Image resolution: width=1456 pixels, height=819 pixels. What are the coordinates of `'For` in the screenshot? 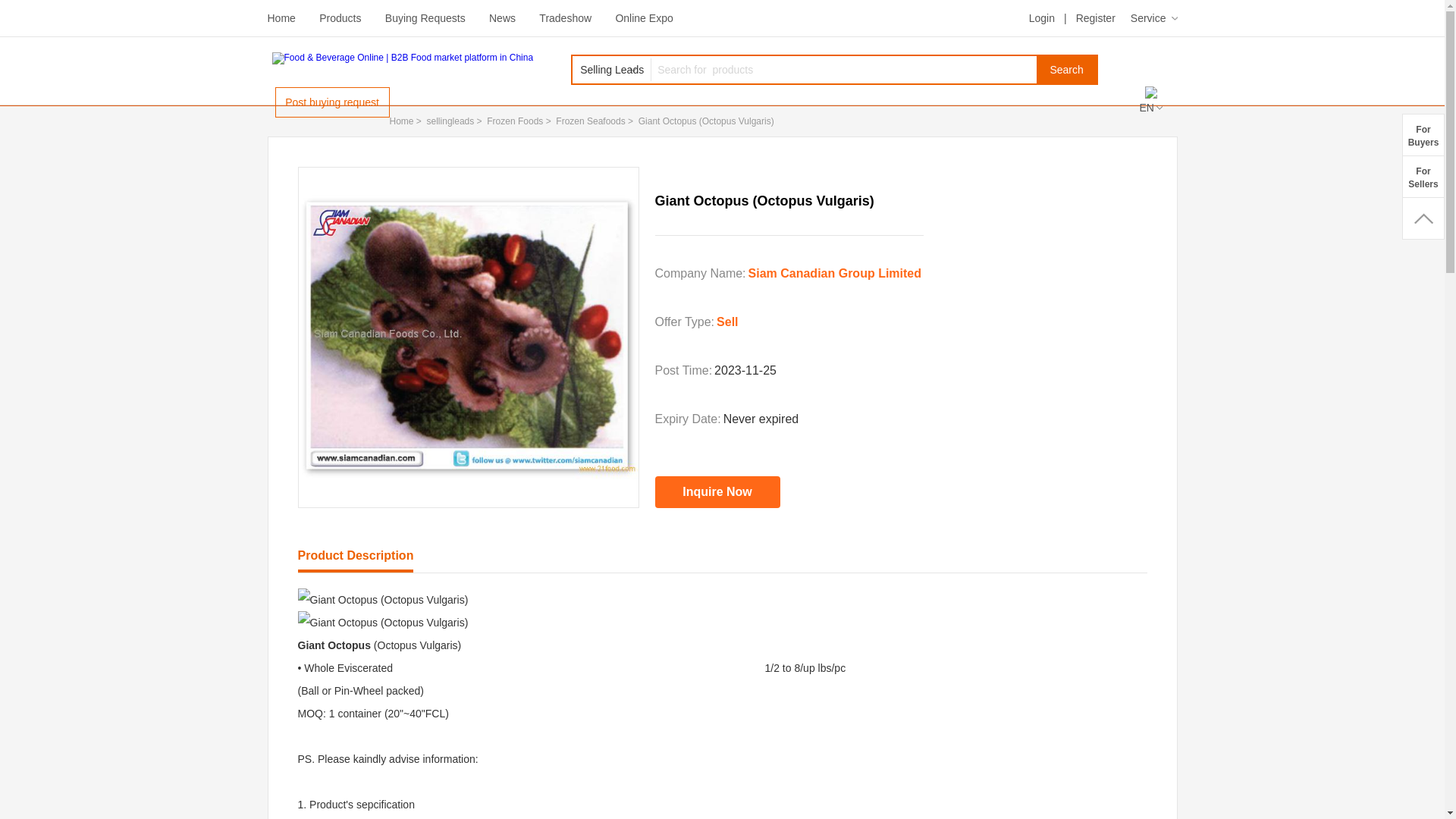 It's located at (1422, 175).